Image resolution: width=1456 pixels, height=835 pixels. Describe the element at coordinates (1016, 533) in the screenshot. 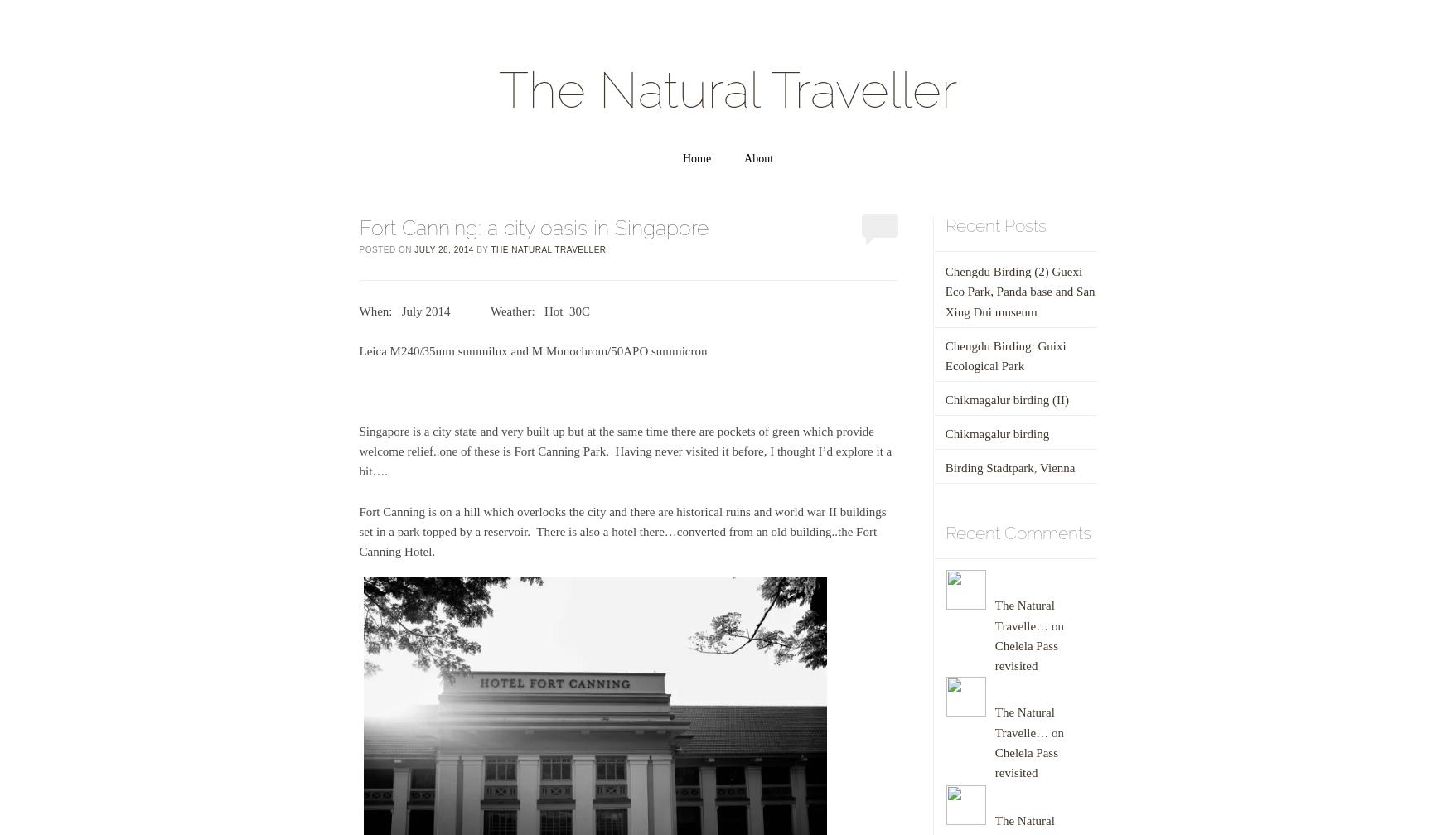

I see `'Recent Comments'` at that location.